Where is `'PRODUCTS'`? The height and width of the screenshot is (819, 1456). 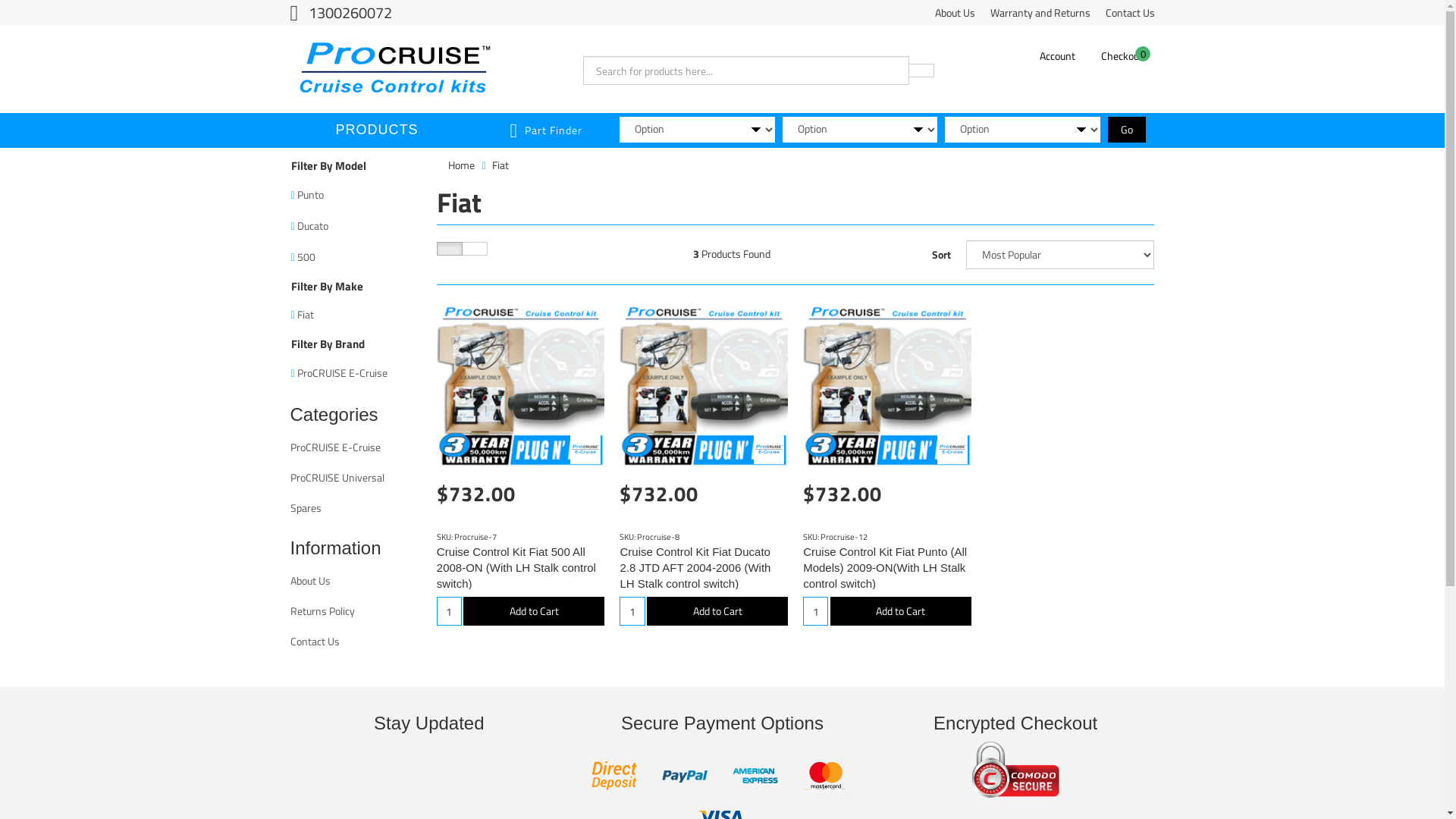 'PRODUCTS' is located at coordinates (376, 130).